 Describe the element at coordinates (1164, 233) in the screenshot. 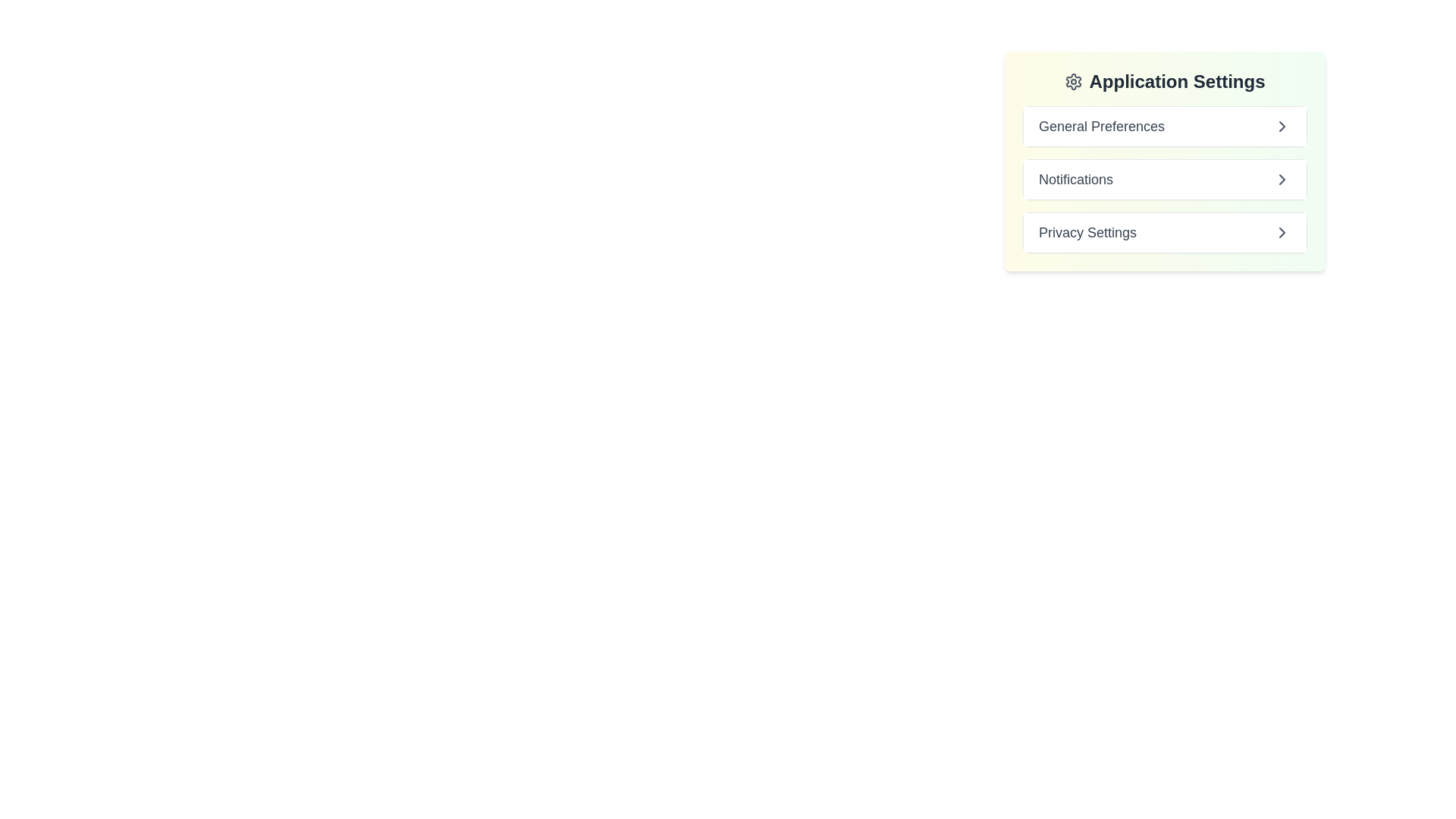

I see `the navigation button for privacy settings, which is the third item in the vertically arranged list under 'Application Settings'` at that location.